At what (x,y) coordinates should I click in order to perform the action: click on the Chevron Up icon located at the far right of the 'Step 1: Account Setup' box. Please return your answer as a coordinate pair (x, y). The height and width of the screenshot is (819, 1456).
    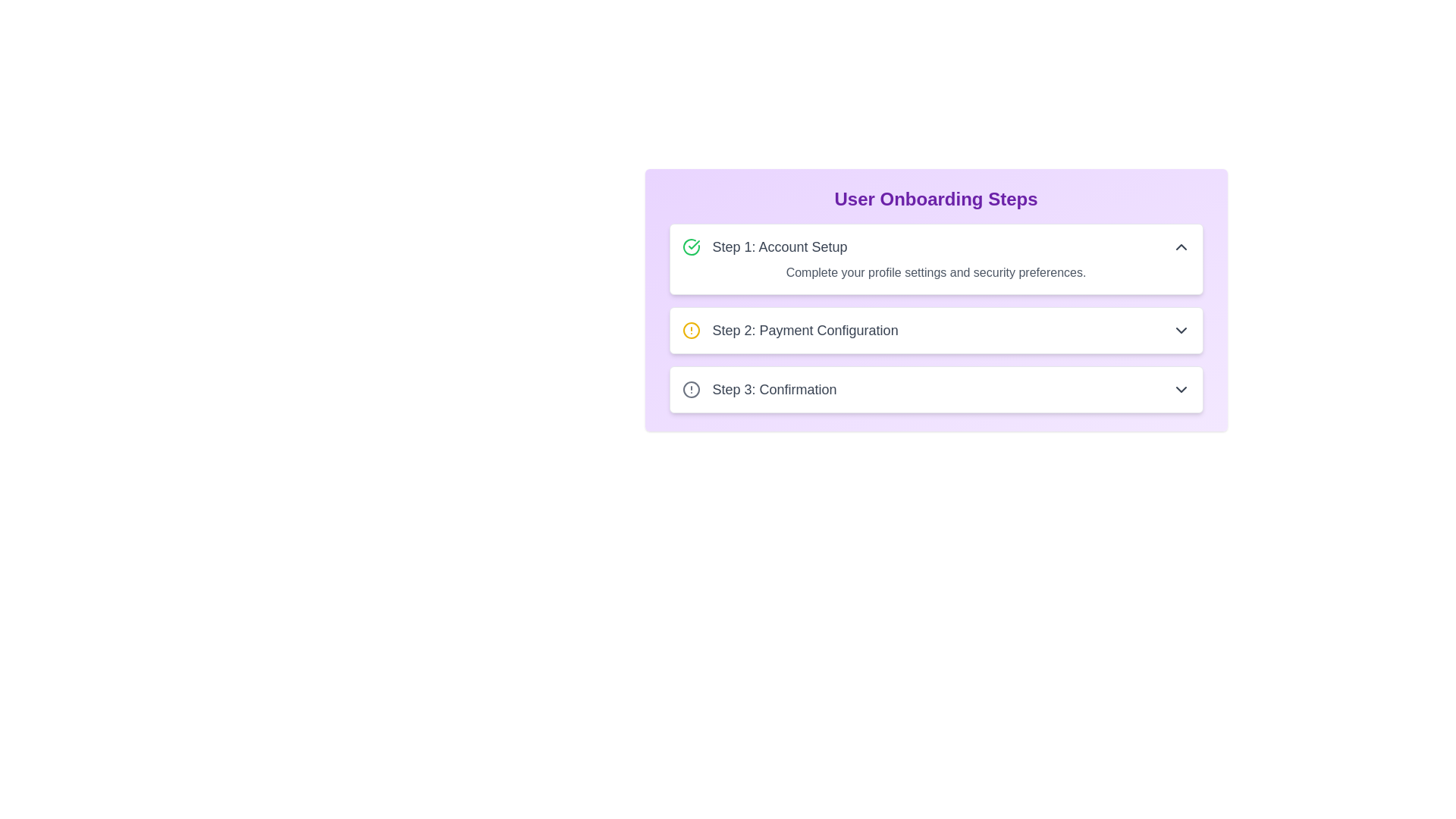
    Looking at the image, I should click on (1180, 246).